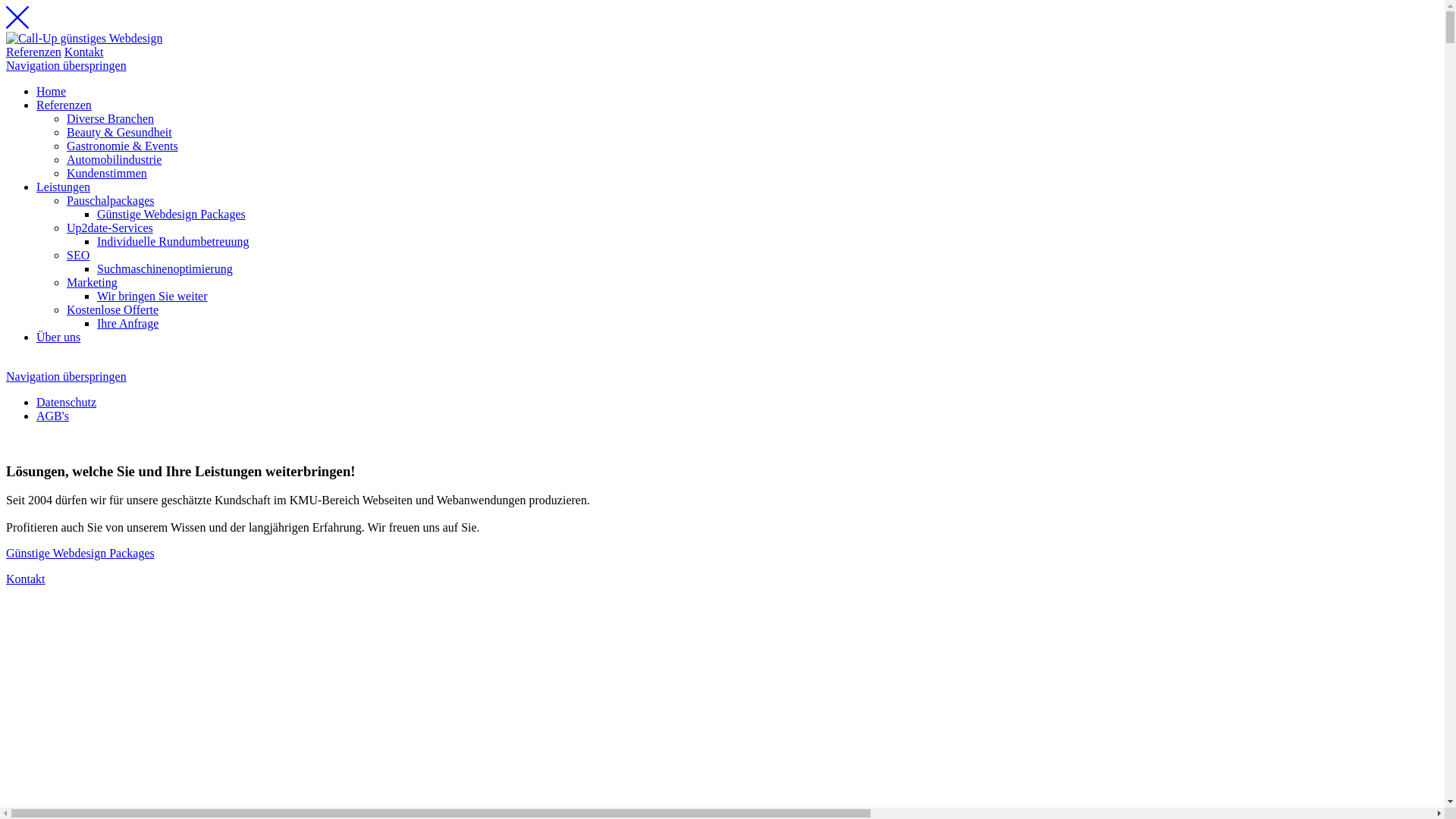 This screenshot has width=1456, height=819. I want to click on 'Automobilindustrie', so click(113, 159).